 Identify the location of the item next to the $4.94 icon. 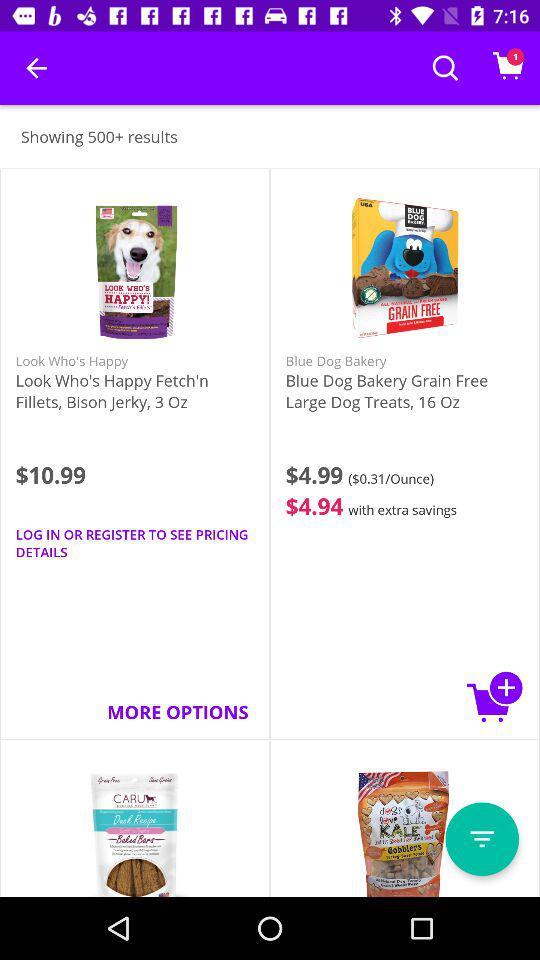
(135, 543).